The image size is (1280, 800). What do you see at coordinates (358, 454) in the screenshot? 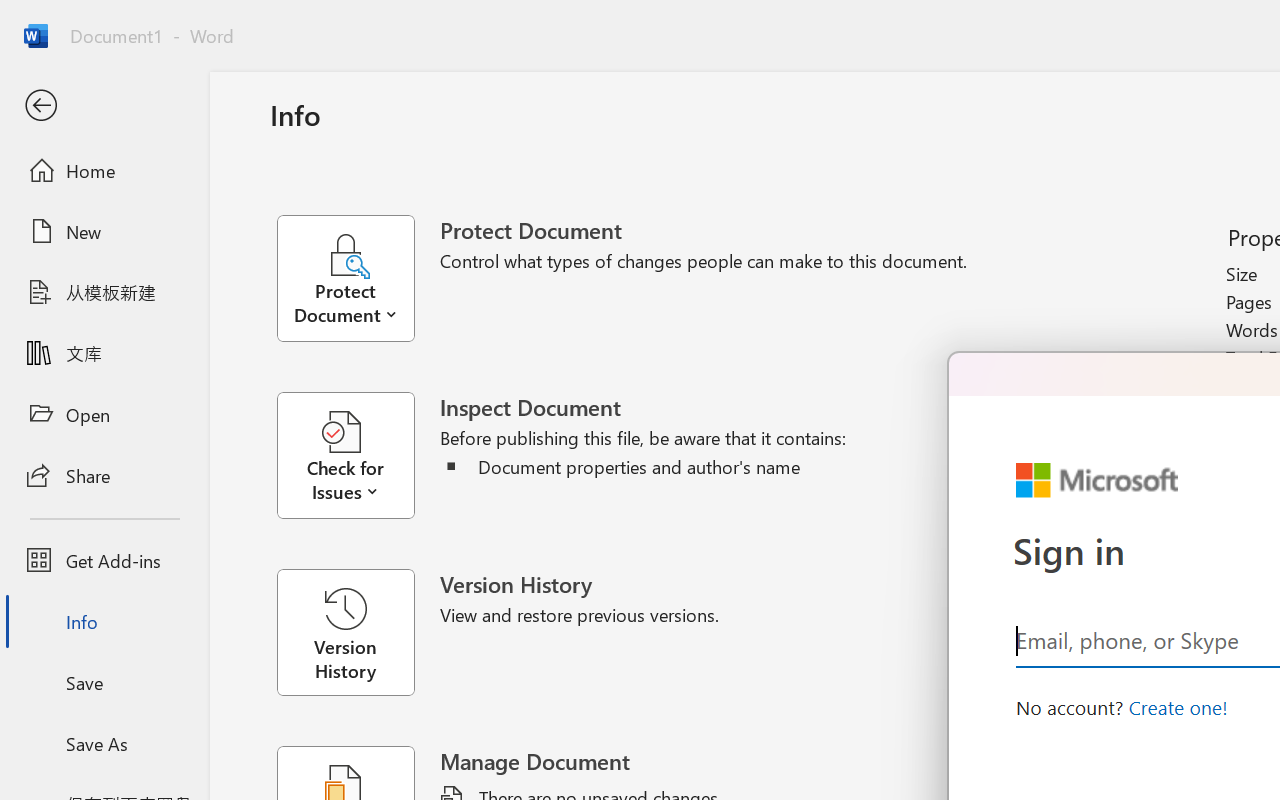
I see `'Check for Issues'` at bounding box center [358, 454].